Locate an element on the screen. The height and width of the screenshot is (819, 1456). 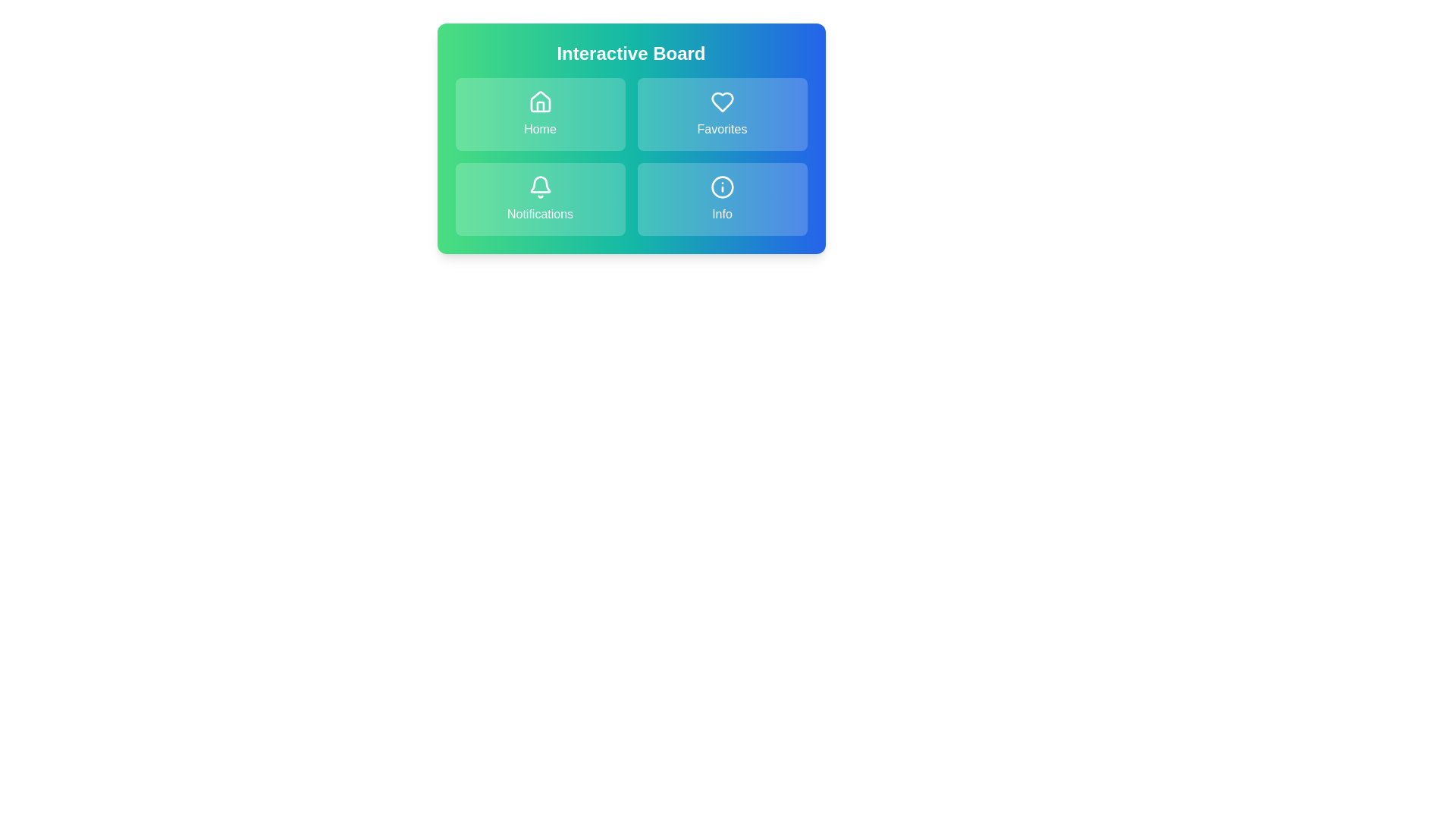
the circular 'Info' icon located centrally above the 'Info' text button on the bottom-right corner of the interface is located at coordinates (721, 186).